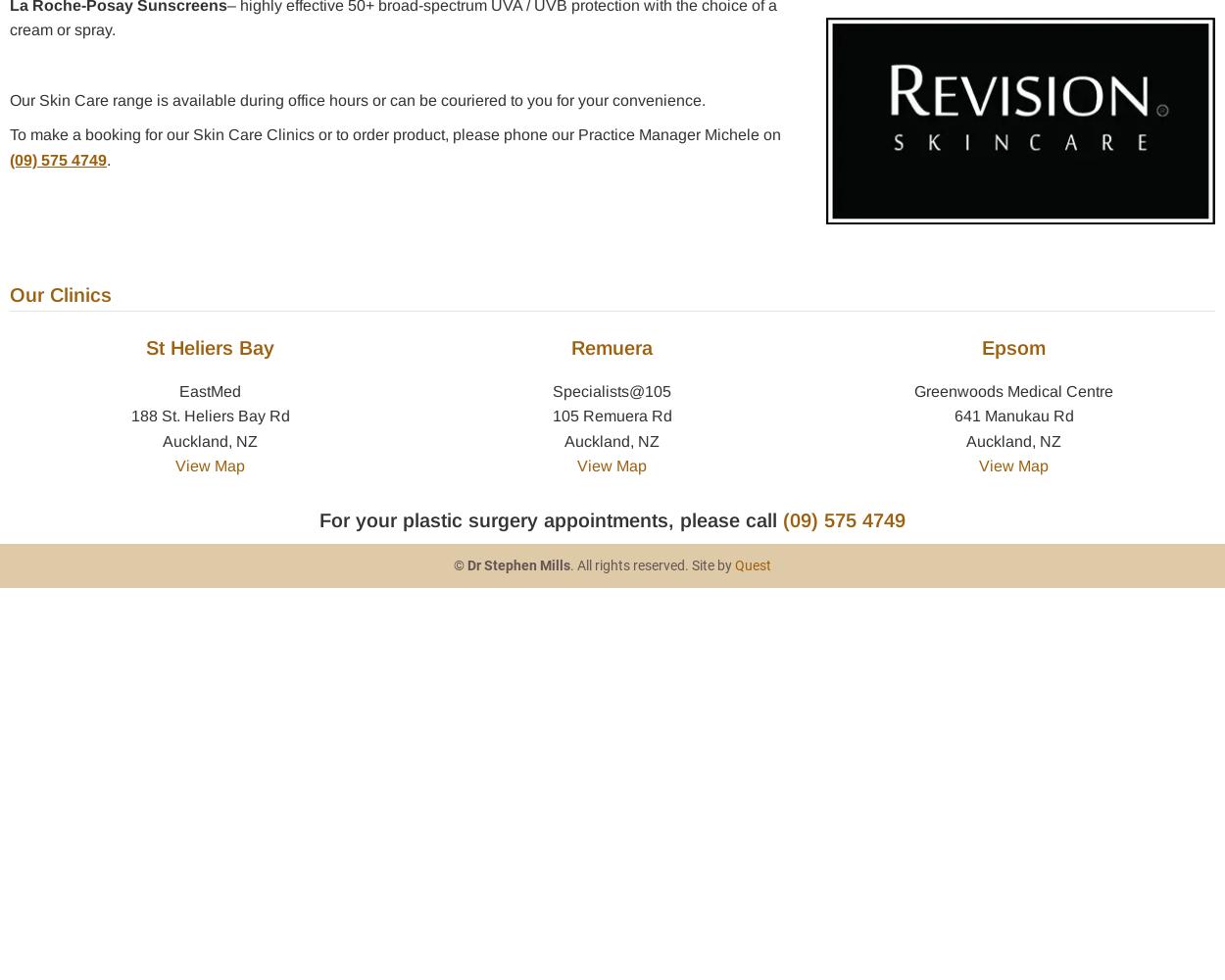 The image size is (1225, 980). Describe the element at coordinates (551, 519) in the screenshot. I see `'For your plastic surgery appointments, please call'` at that location.